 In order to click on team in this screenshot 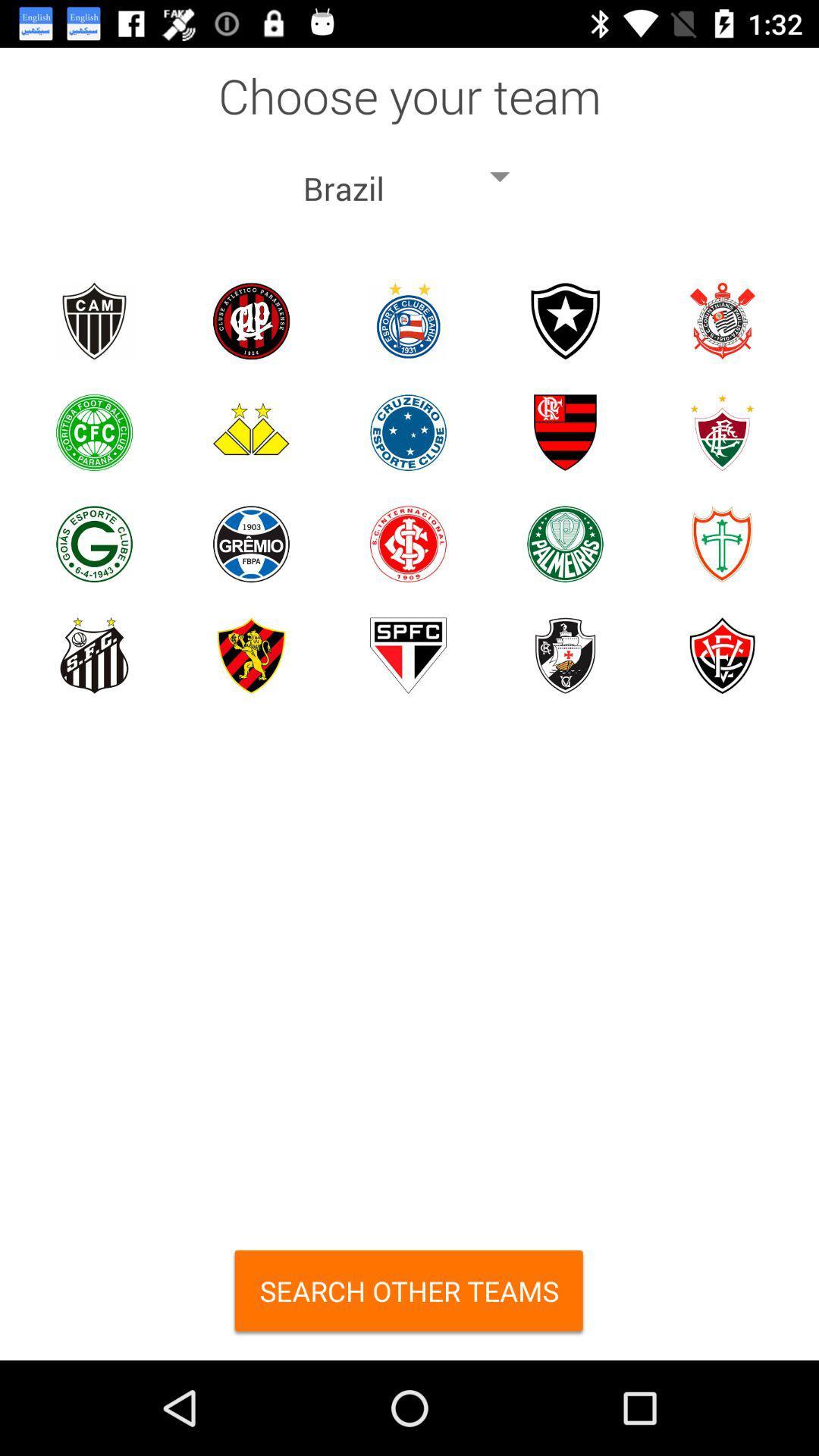, I will do `click(250, 431)`.